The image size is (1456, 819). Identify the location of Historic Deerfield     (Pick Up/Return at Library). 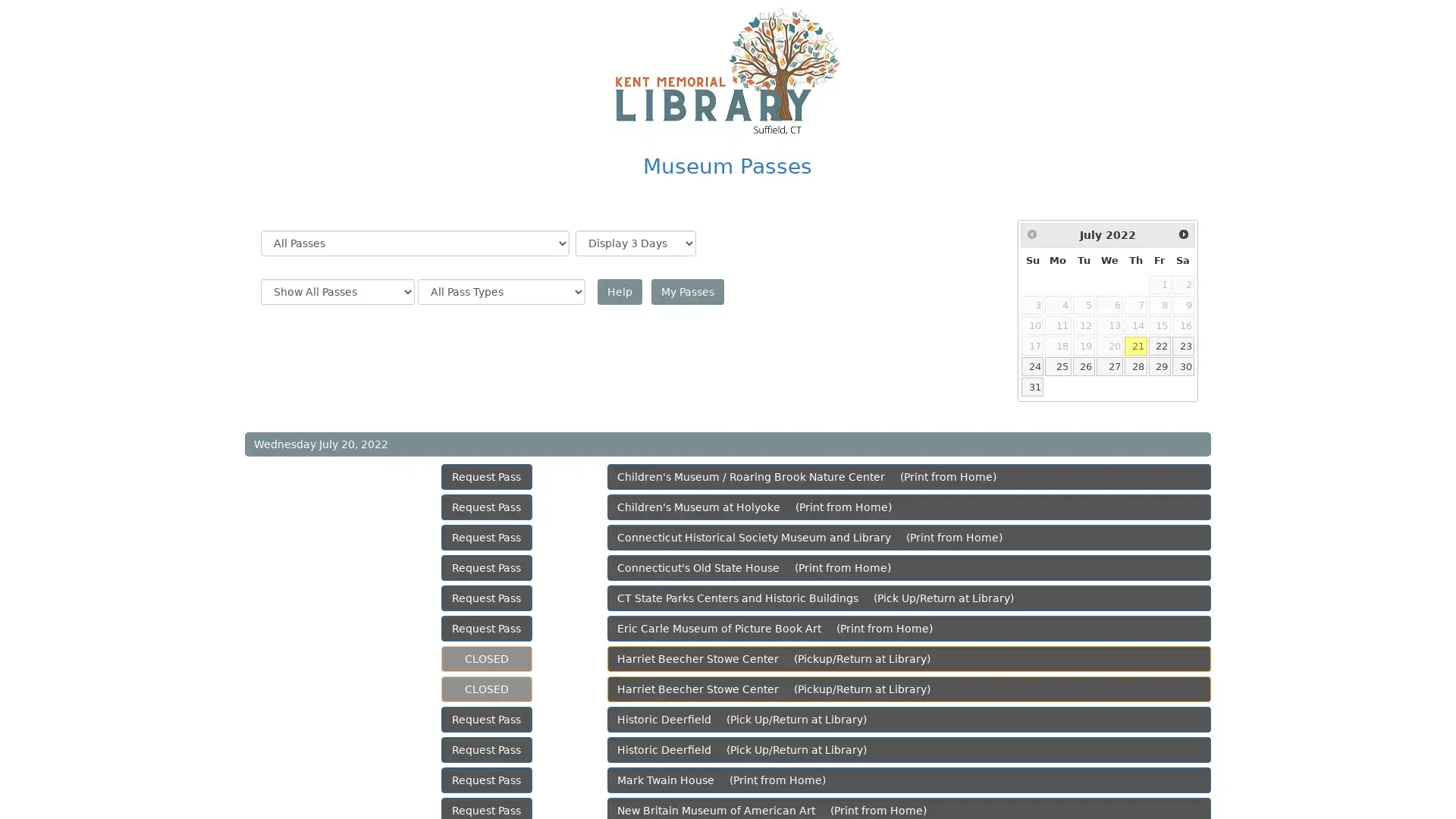
(908, 748).